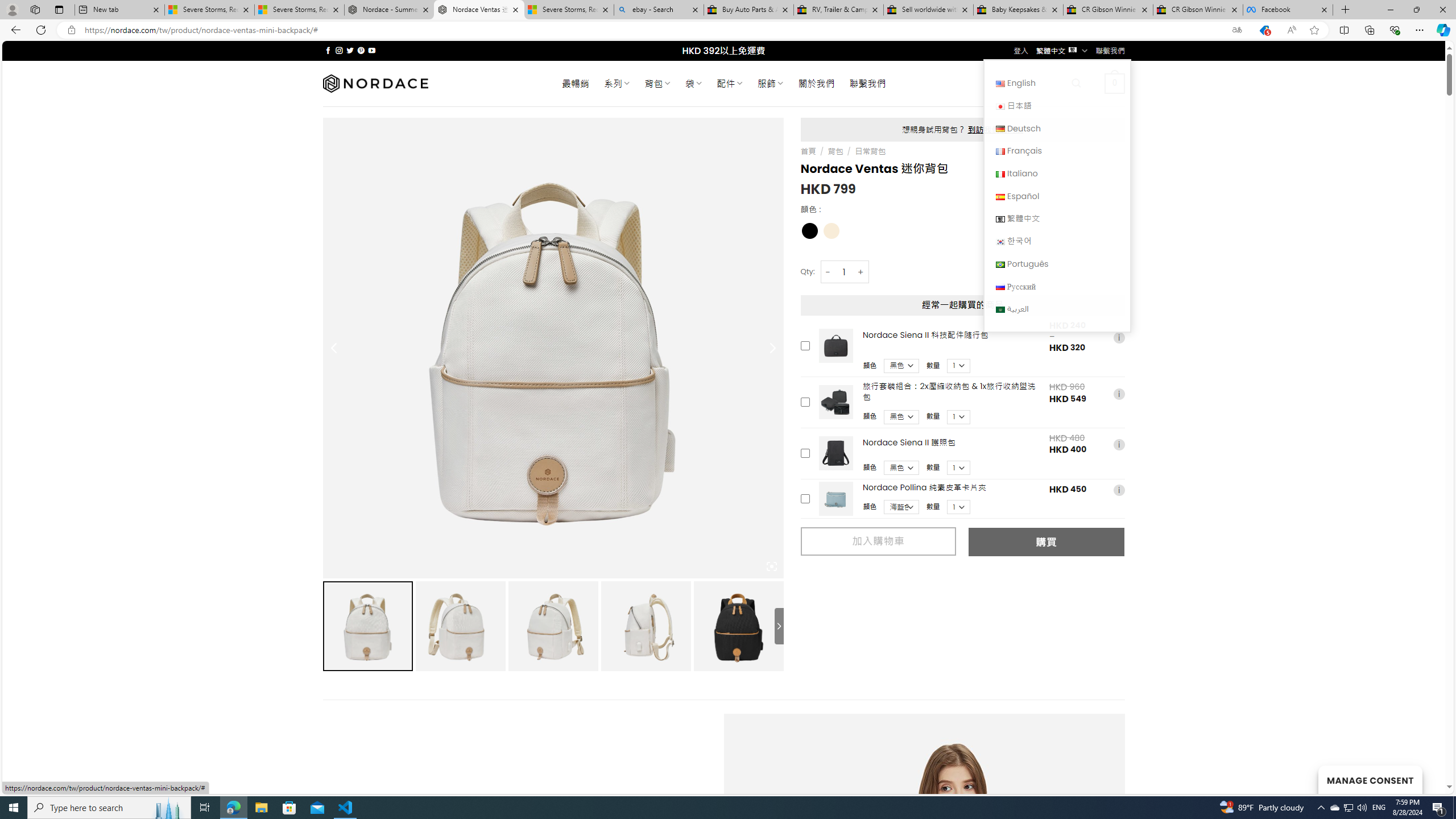 This screenshot has height=819, width=1456. Describe the element at coordinates (999, 128) in the screenshot. I see `'Deutsch'` at that location.